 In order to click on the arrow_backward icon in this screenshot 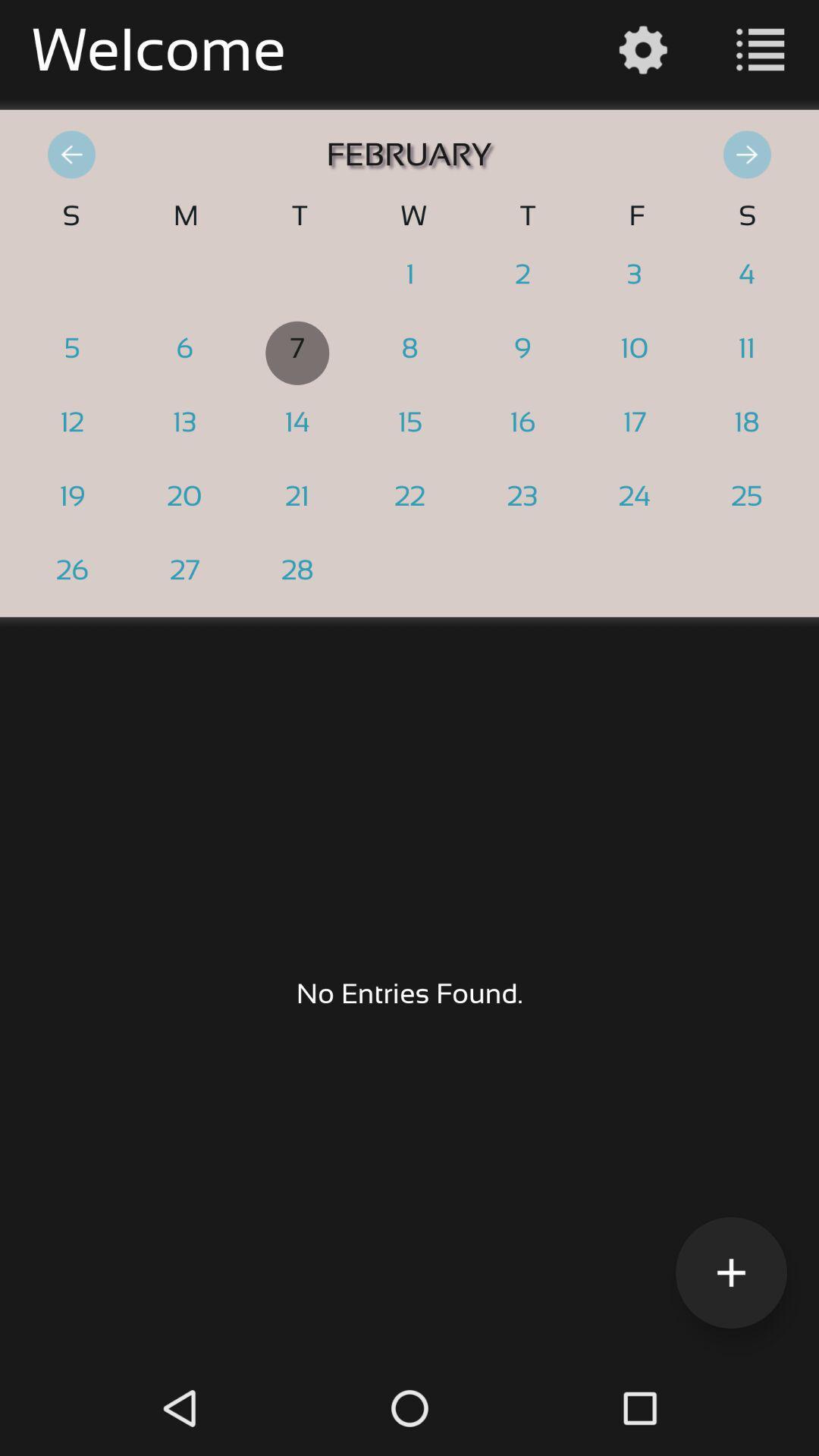, I will do `click(63, 155)`.